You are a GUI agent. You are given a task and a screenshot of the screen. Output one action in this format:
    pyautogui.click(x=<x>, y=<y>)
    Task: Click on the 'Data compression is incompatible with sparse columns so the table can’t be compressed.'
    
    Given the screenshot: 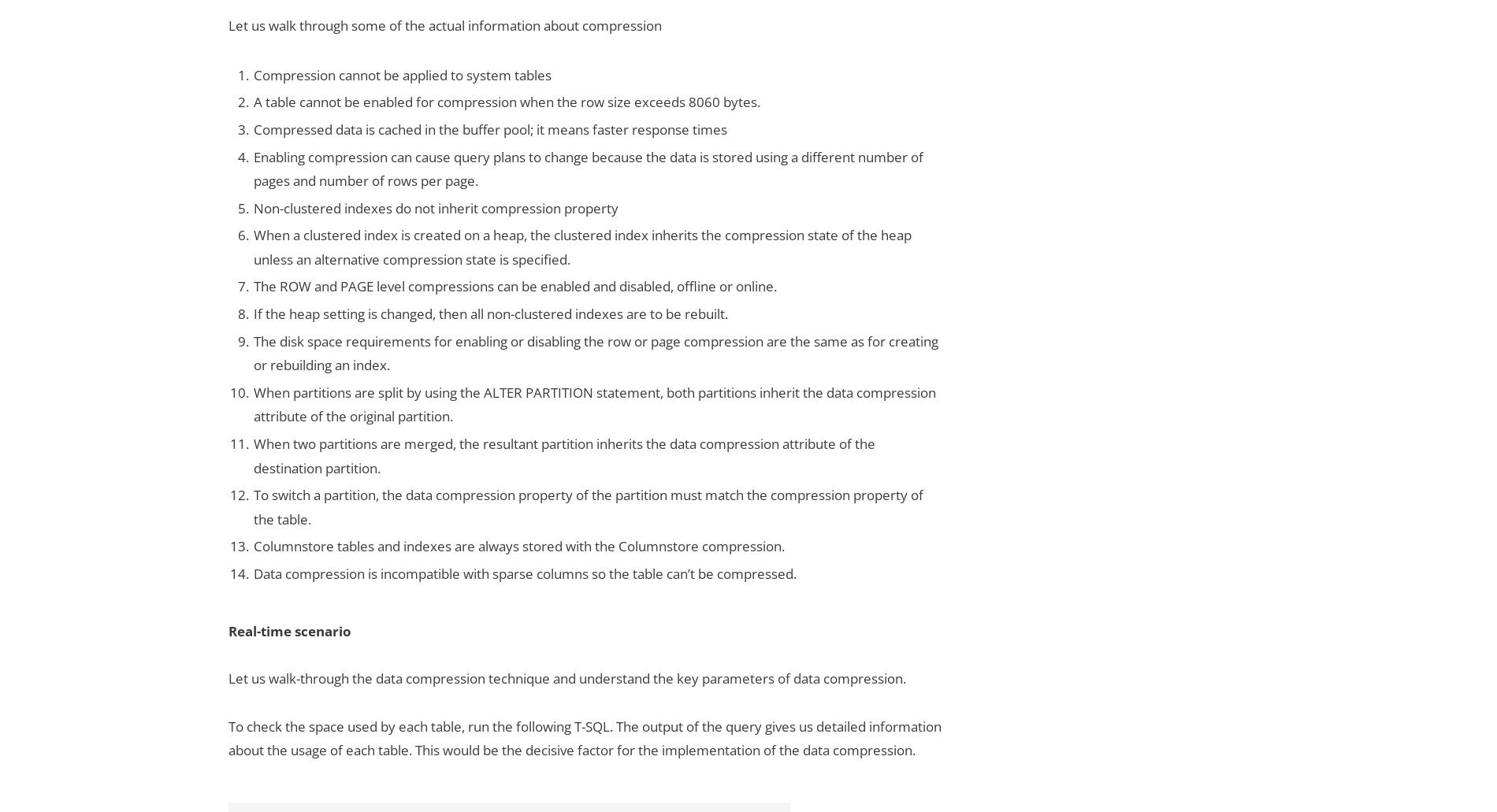 What is the action you would take?
    pyautogui.click(x=525, y=573)
    